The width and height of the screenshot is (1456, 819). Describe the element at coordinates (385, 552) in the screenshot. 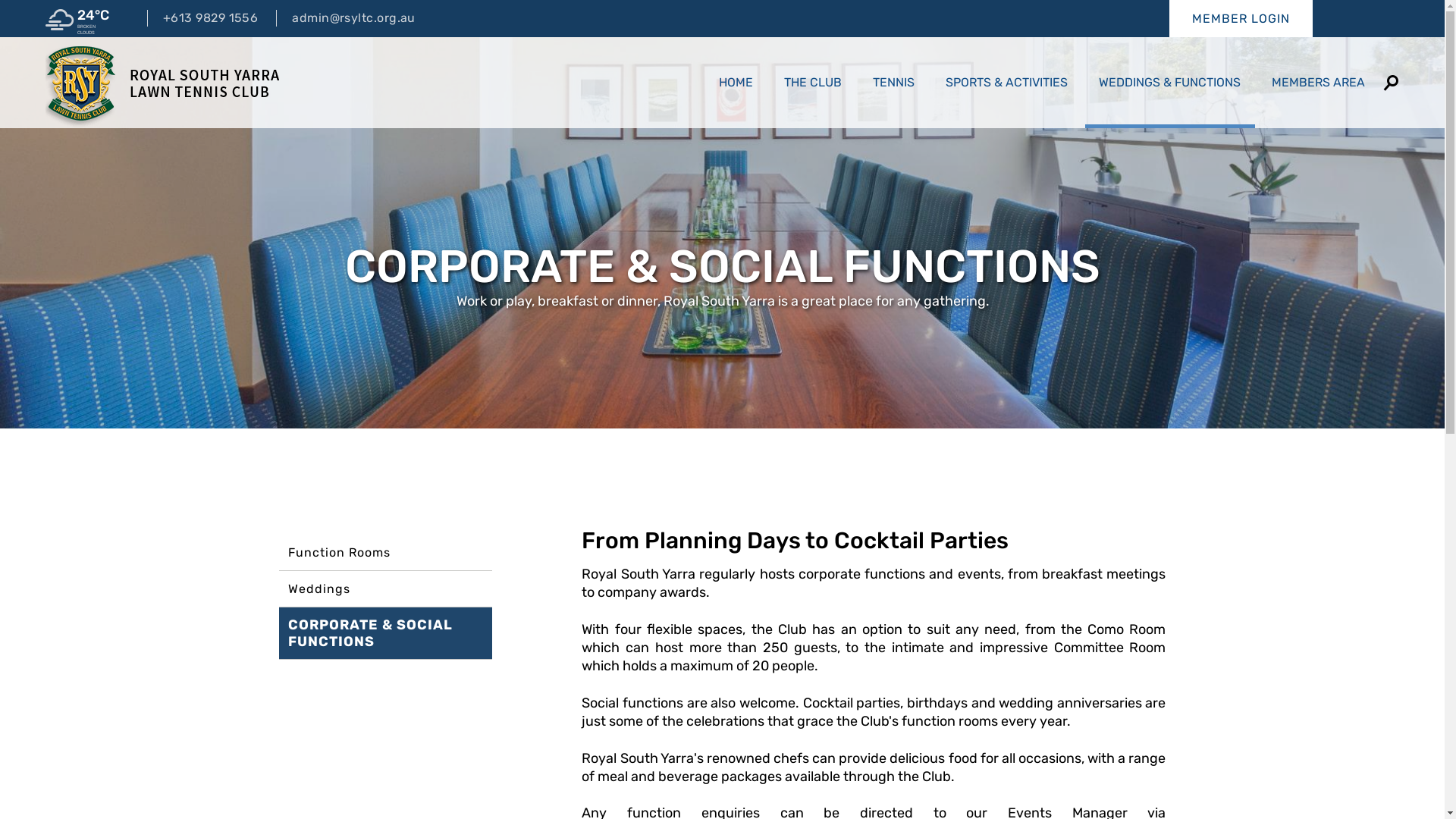

I see `'Function Rooms'` at that location.